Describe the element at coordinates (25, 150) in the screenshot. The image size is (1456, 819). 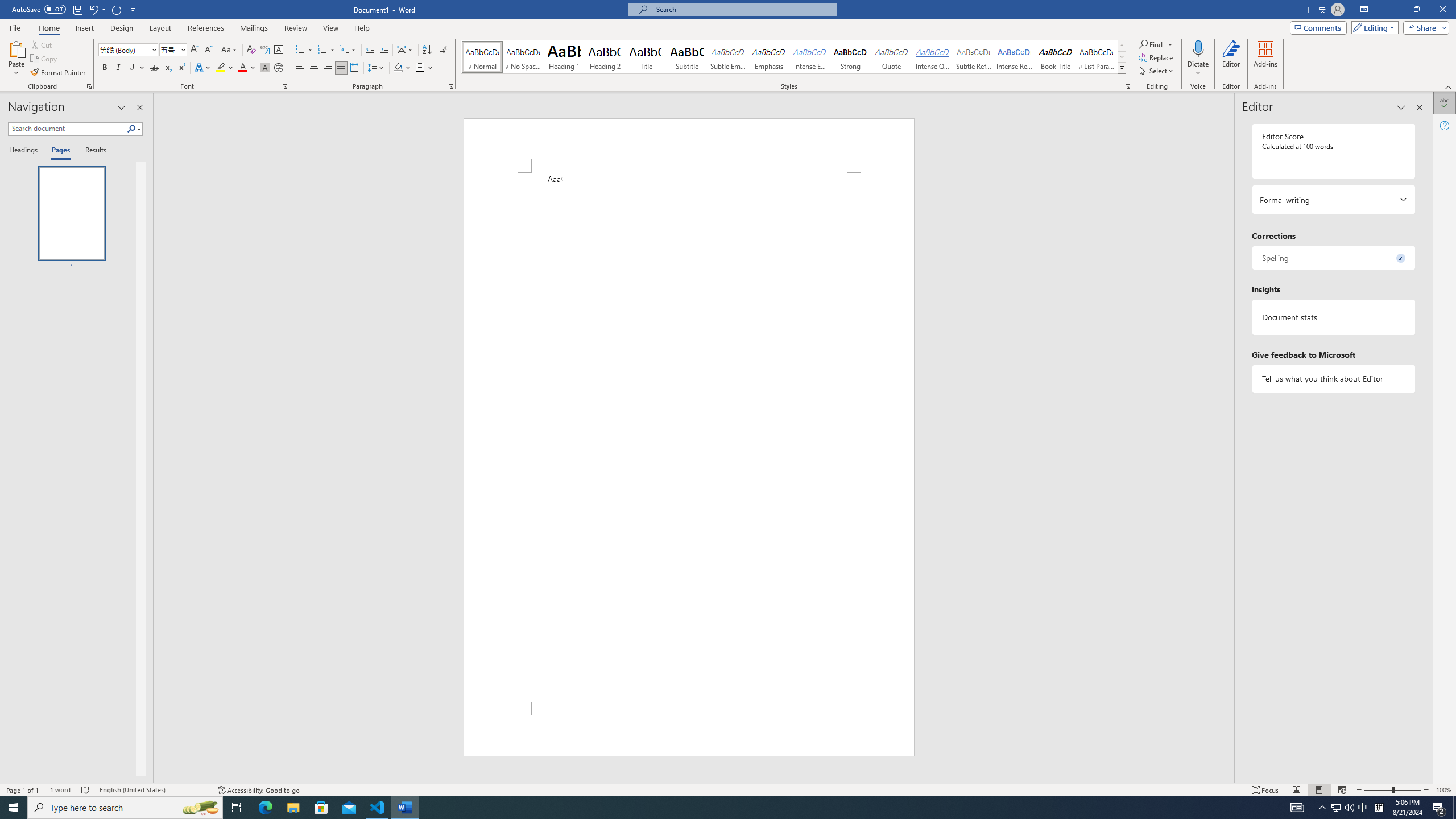
I see `'Headings'` at that location.